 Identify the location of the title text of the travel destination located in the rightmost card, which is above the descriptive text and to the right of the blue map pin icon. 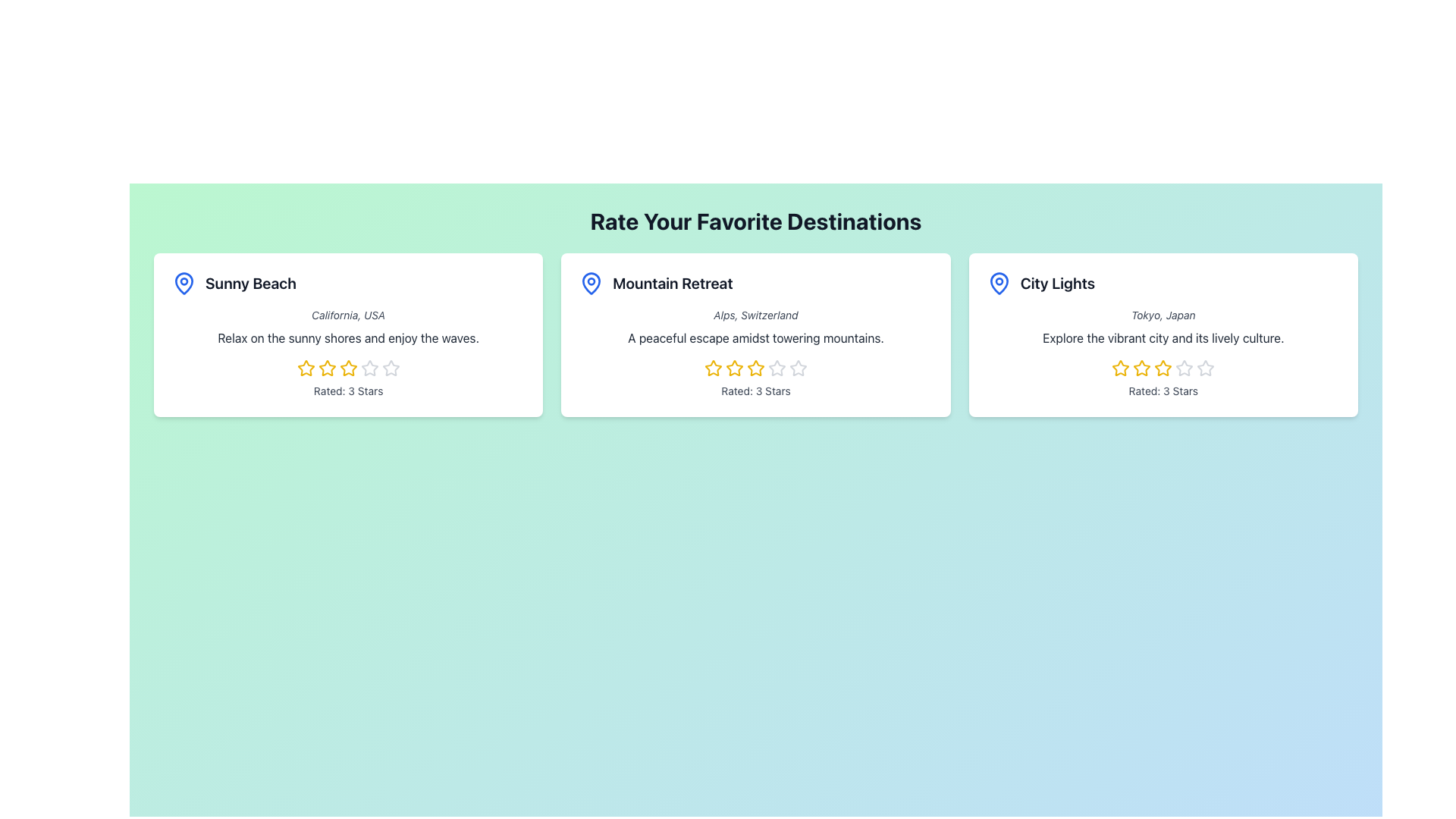
(1056, 284).